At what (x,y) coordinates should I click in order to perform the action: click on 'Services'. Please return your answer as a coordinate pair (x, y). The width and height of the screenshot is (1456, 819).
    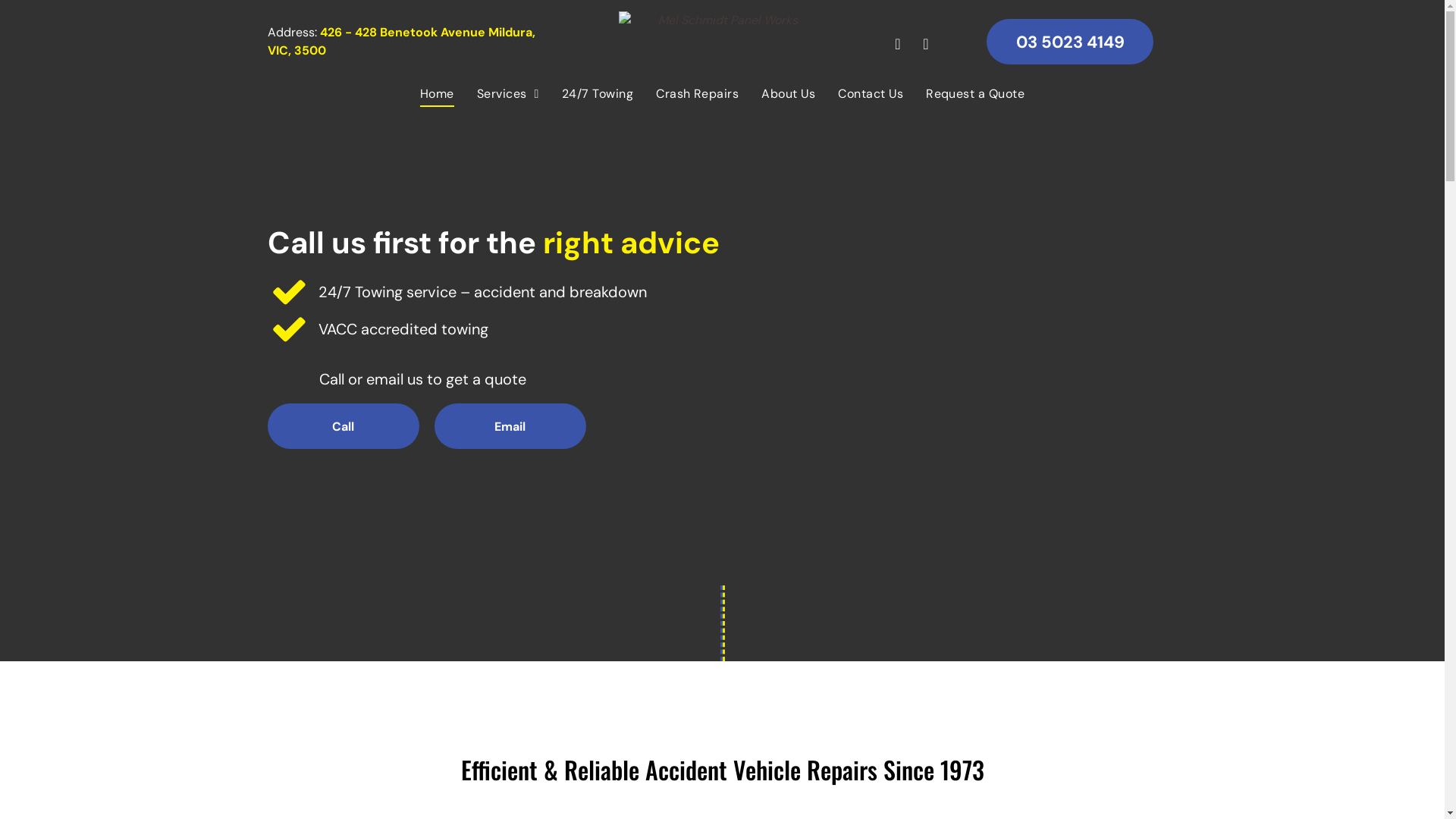
    Looking at the image, I should click on (508, 93).